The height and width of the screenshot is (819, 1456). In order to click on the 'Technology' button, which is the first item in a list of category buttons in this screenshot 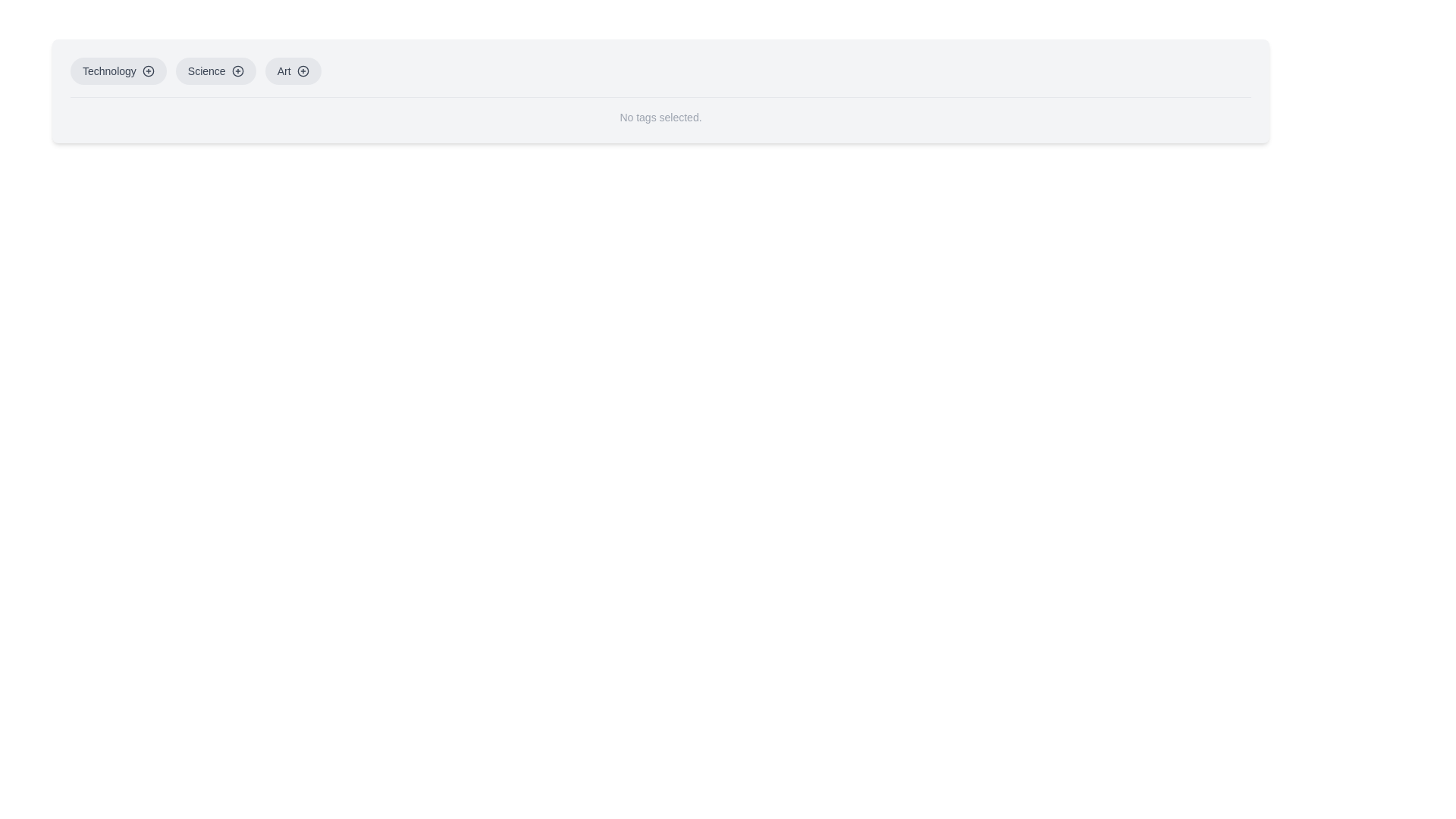, I will do `click(118, 71)`.